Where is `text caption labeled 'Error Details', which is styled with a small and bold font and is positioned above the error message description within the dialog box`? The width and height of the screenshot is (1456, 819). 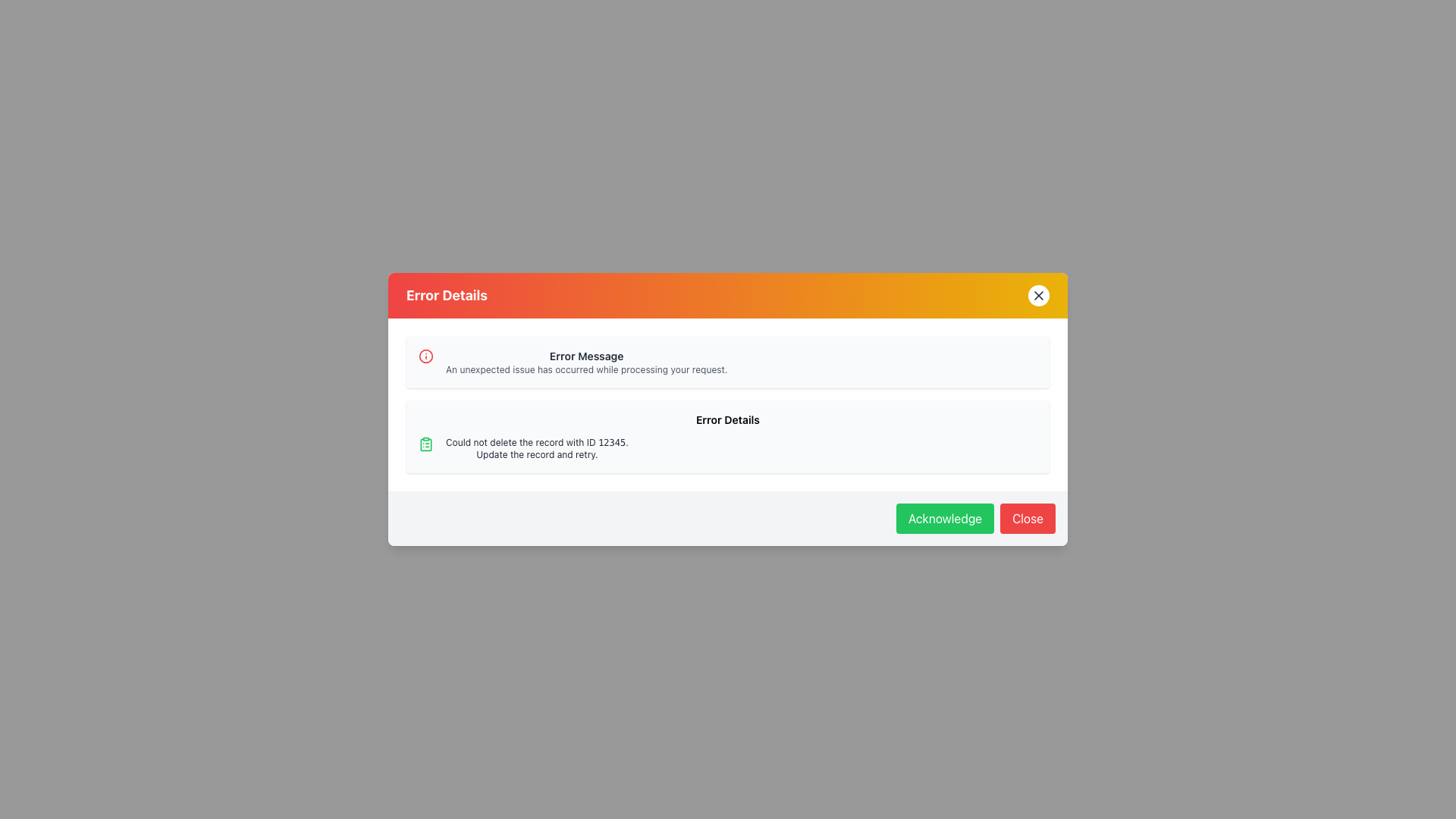 text caption labeled 'Error Details', which is styled with a small and bold font and is positioned above the error message description within the dialog box is located at coordinates (728, 420).